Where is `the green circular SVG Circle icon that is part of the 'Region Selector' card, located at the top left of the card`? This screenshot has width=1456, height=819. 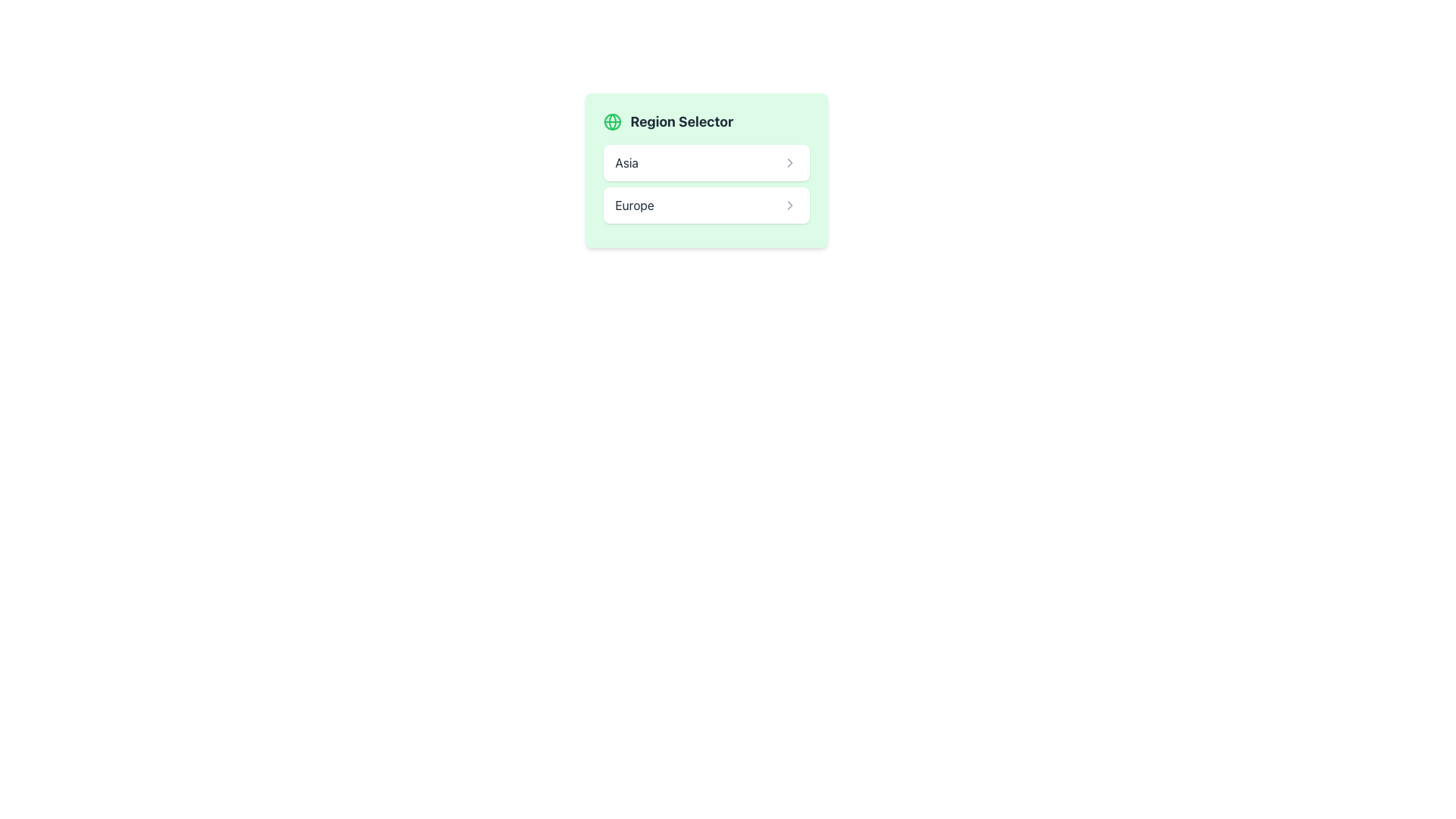
the green circular SVG Circle icon that is part of the 'Region Selector' card, located at the top left of the card is located at coordinates (612, 121).